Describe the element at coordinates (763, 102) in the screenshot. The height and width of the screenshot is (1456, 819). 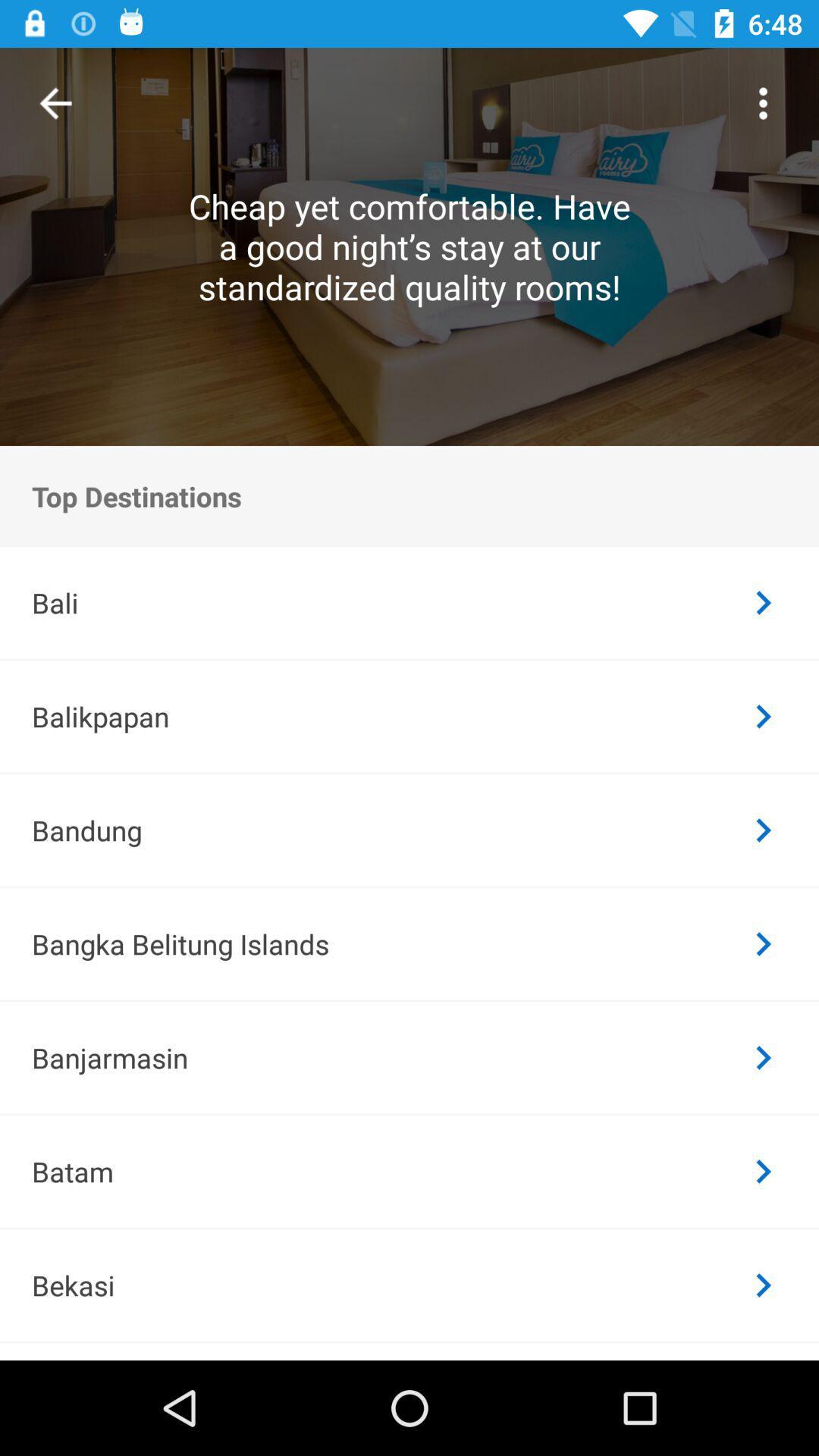
I see `the icon at the top right corner` at that location.